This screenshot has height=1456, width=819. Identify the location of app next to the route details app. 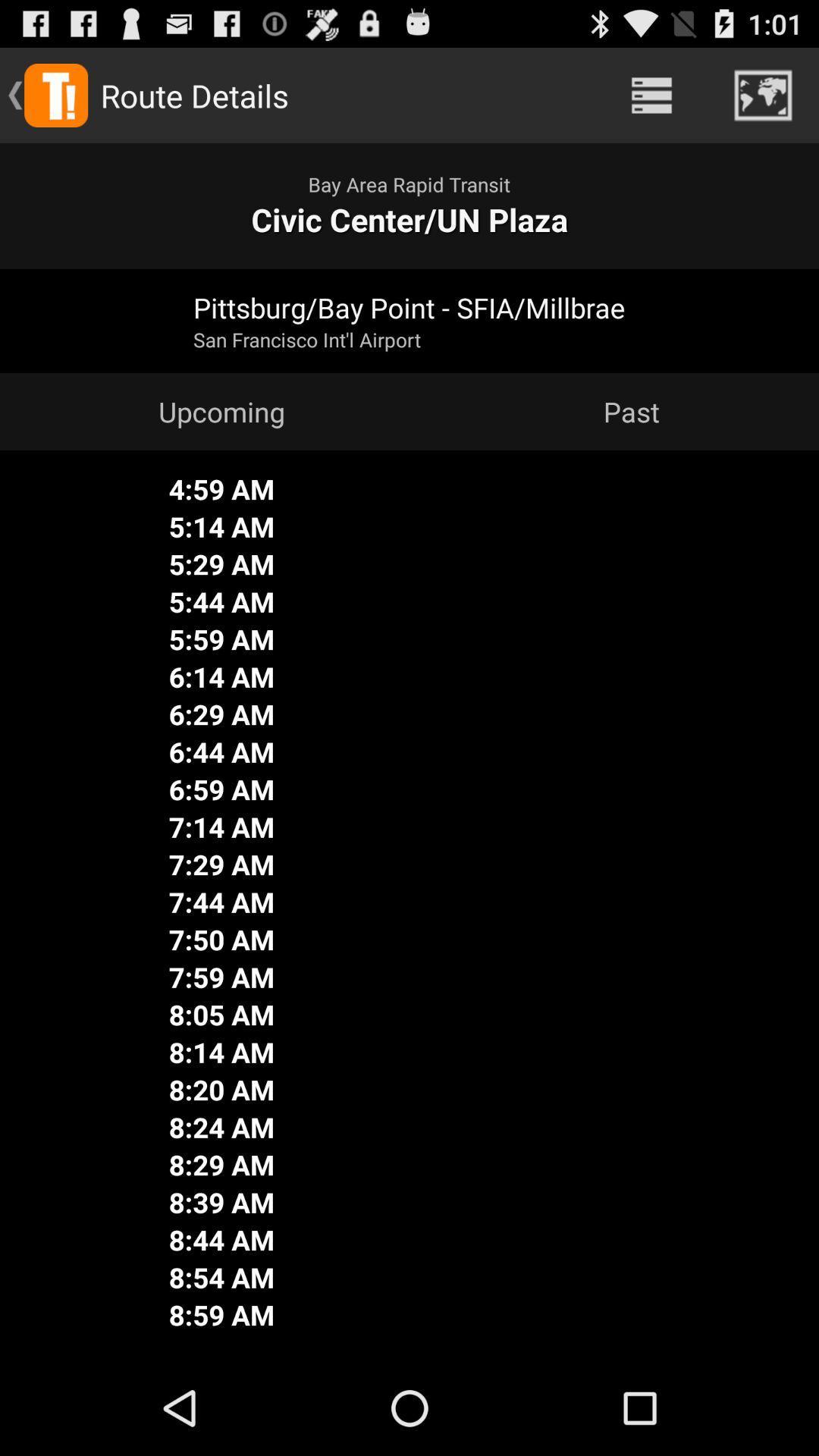
(651, 94).